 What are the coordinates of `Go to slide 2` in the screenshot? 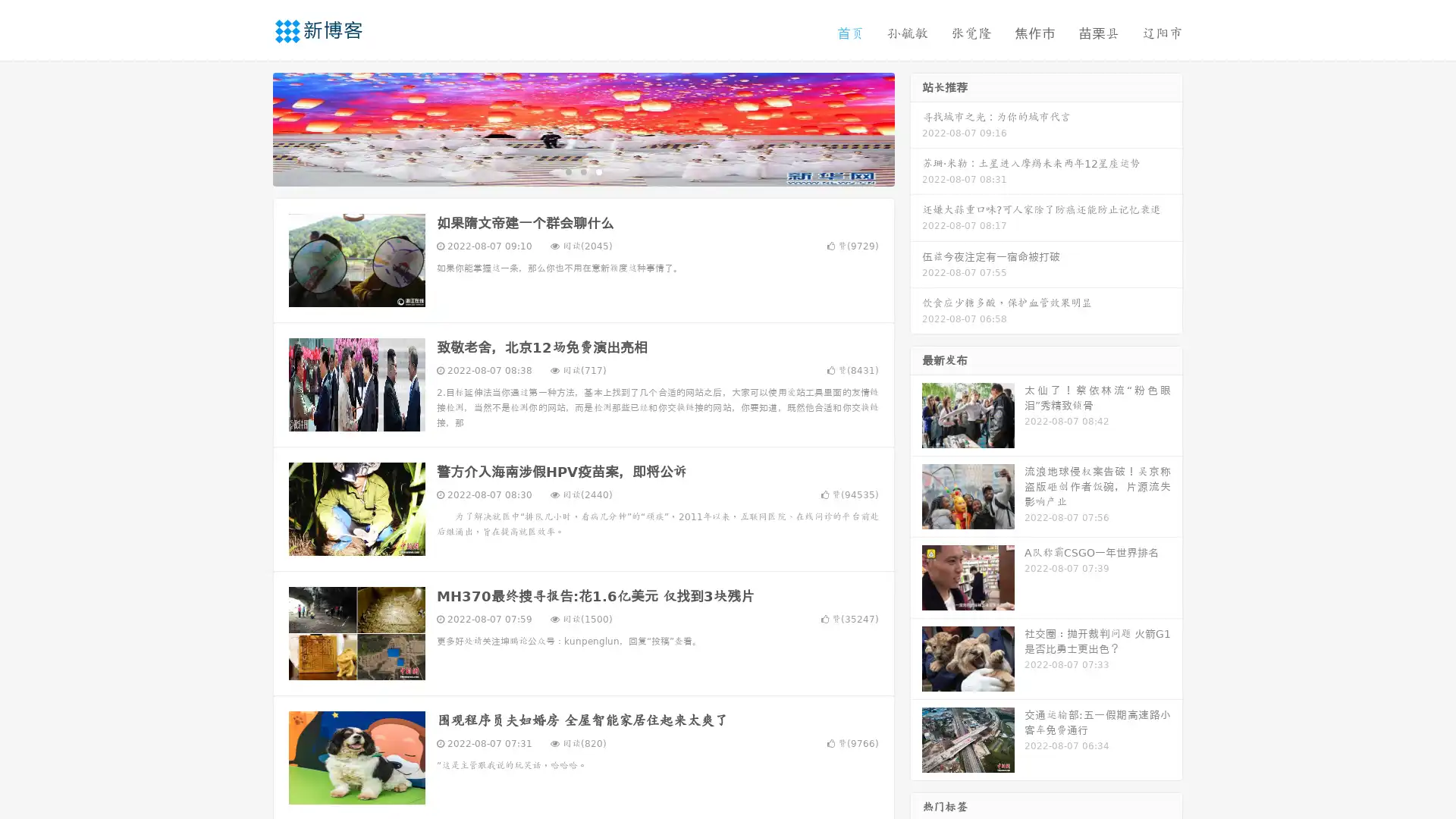 It's located at (582, 171).